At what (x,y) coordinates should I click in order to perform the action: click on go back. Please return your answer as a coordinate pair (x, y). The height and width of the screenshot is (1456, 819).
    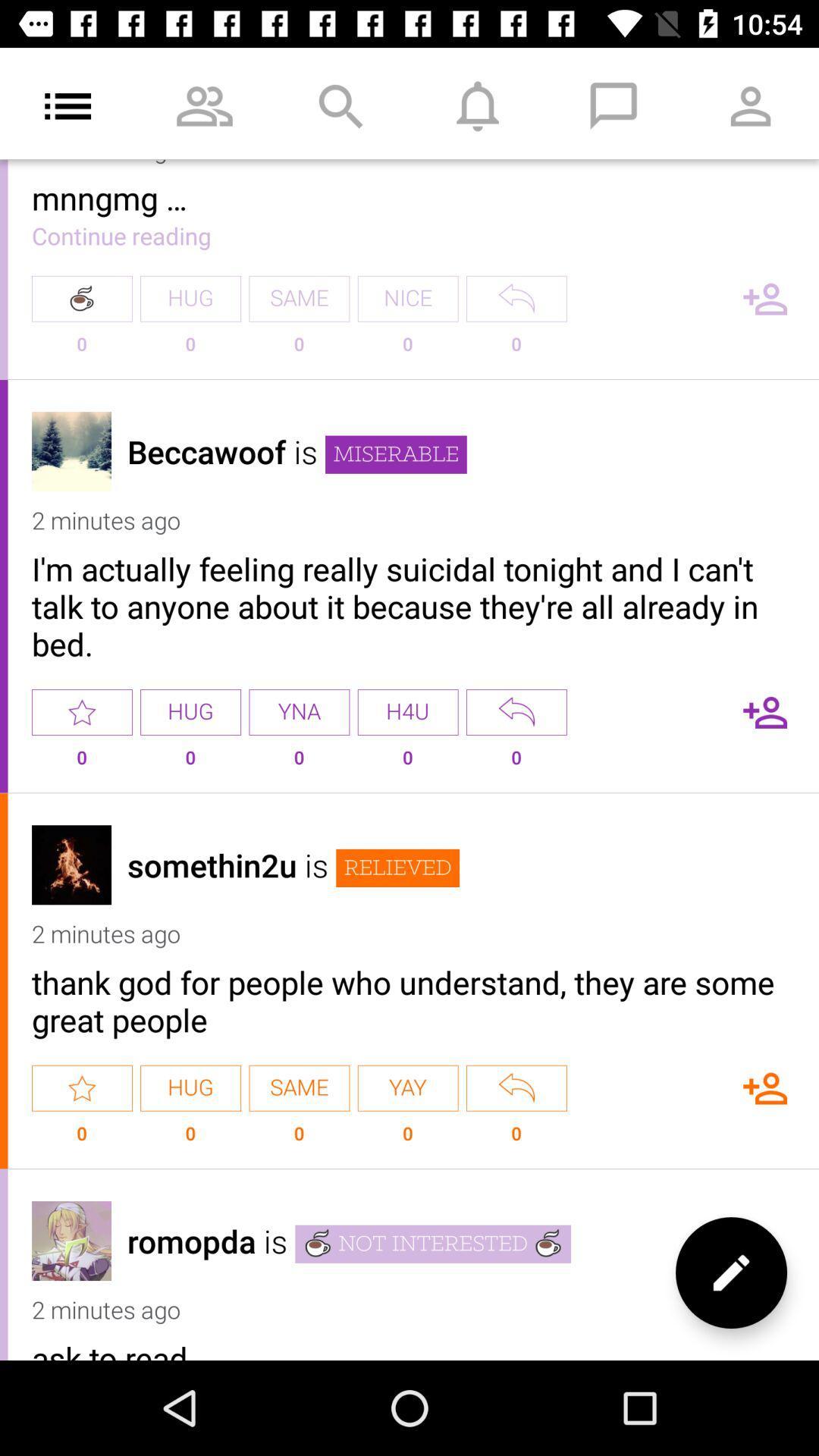
    Looking at the image, I should click on (516, 299).